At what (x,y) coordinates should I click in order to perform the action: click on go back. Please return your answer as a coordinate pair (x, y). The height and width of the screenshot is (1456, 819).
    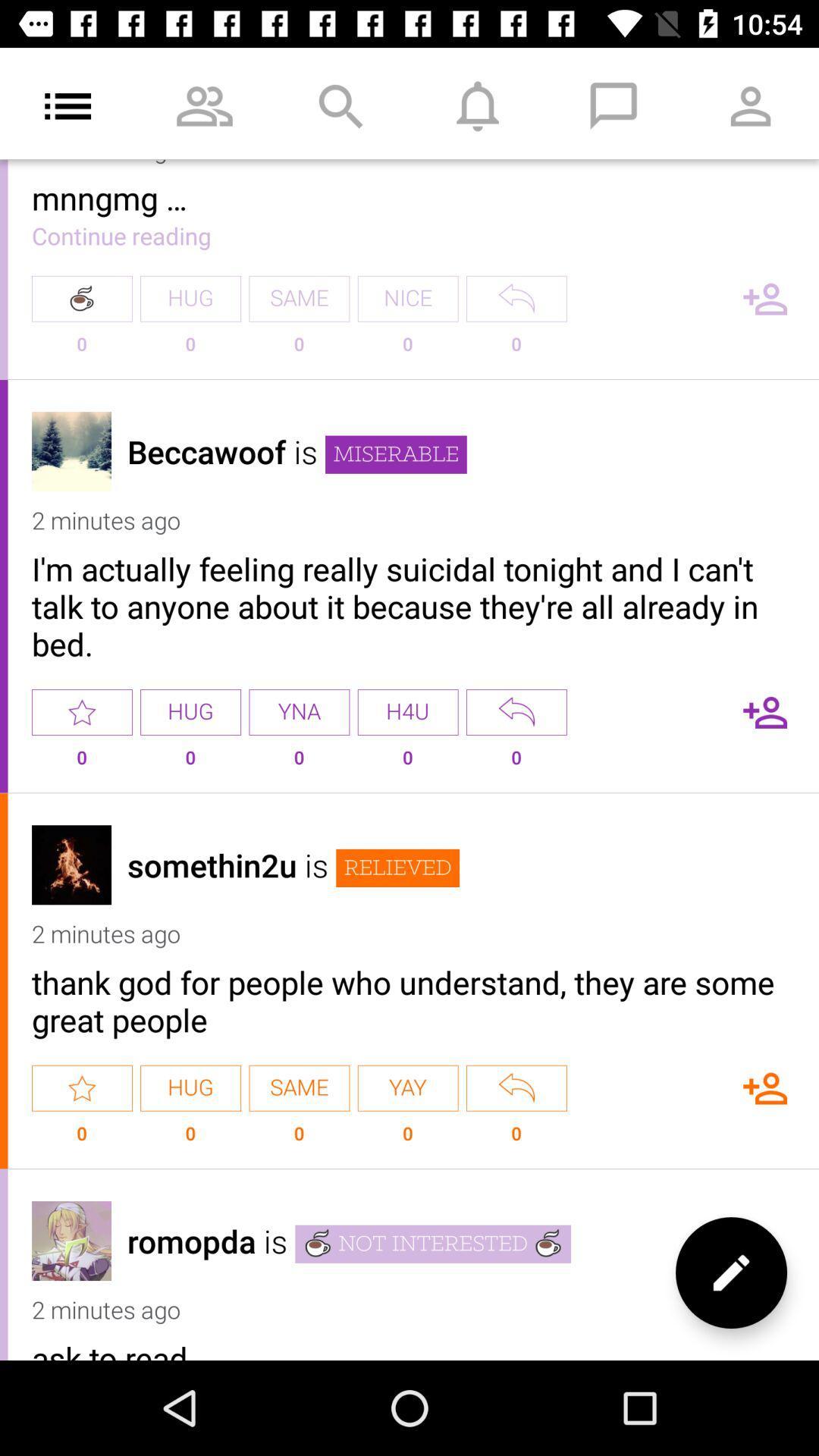
    Looking at the image, I should click on (516, 299).